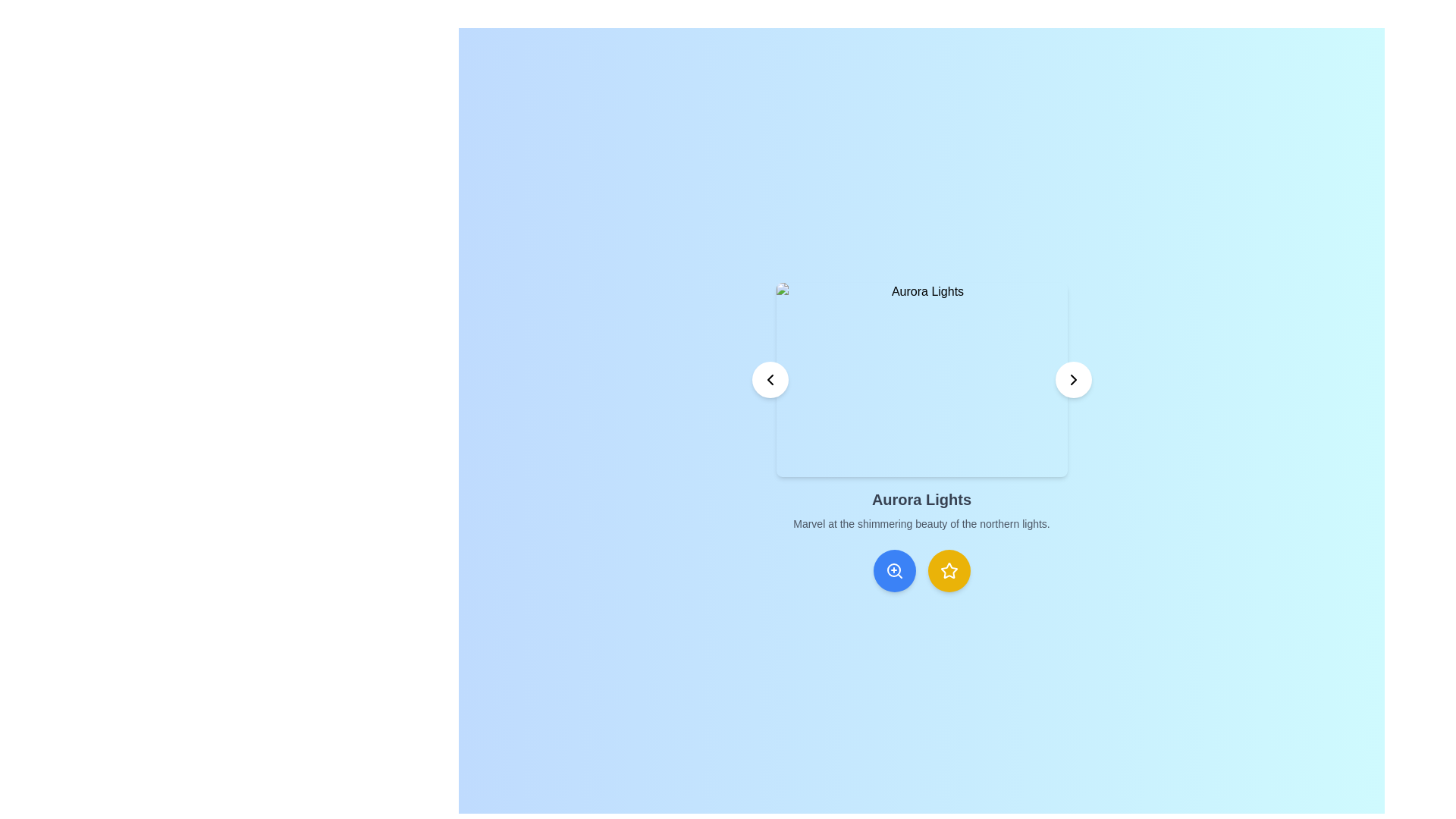  I want to click on the star icon, which is styled as a button for marking favorites or ratings, located near the center-right of the interface, so click(948, 570).